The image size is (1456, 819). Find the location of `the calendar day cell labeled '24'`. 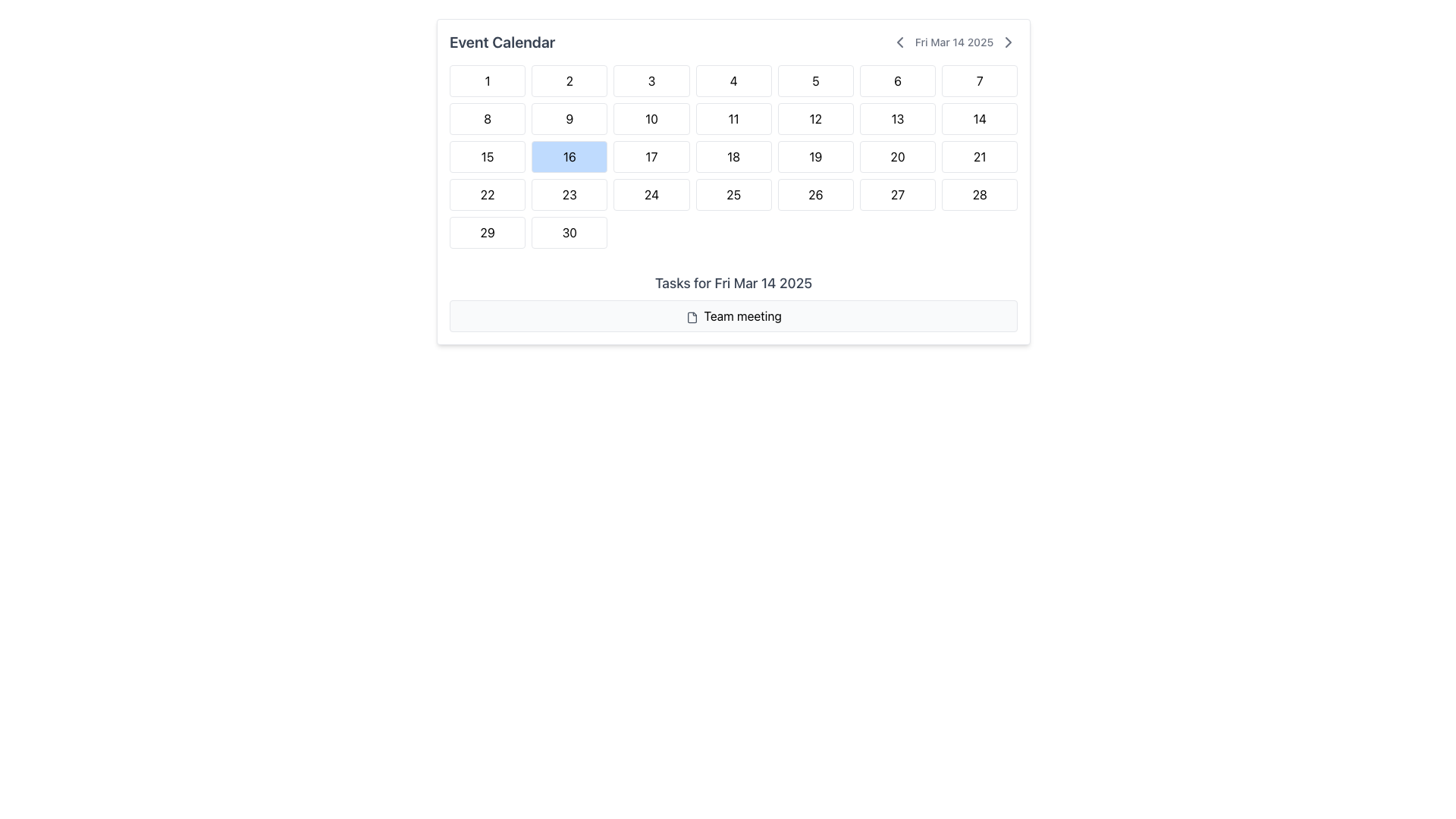

the calendar day cell labeled '24' is located at coordinates (651, 194).